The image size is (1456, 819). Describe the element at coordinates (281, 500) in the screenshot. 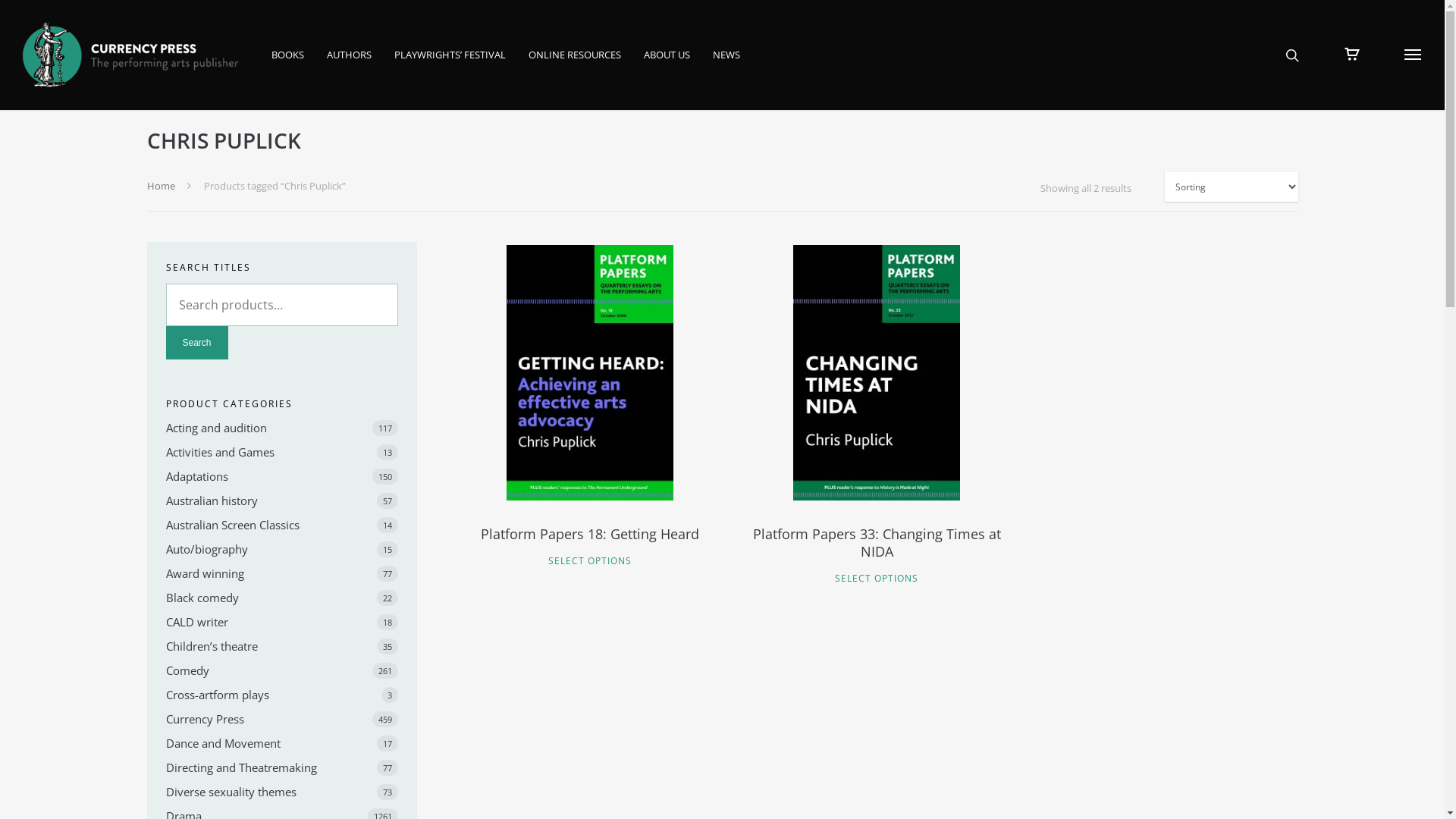

I see `'Australian history'` at that location.